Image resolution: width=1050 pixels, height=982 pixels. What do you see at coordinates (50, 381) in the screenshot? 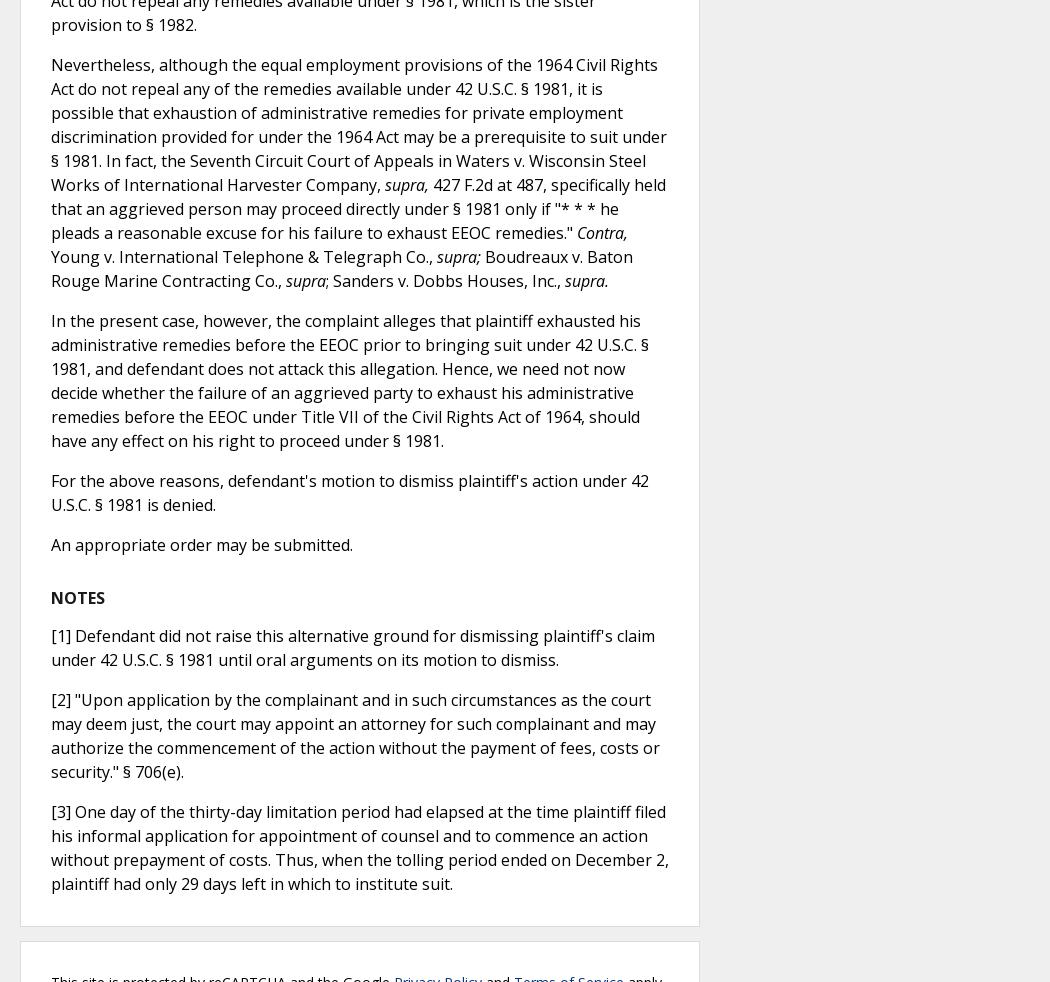
I see `'In the present case, however, the complaint alleges that plaintiff exhausted his administrative remedies before the EEOC prior to bringing suit under 42 U.S.C. § 1981, and defendant does not attack this allegation. Hence, we need not now decide whether the failure of an aggrieved party to exhaust his administrative remedies before the EEOC under Title VII of the Civil Rights Act of 1964, should have any effect on his right to proceed under § 1981.'` at bounding box center [50, 381].